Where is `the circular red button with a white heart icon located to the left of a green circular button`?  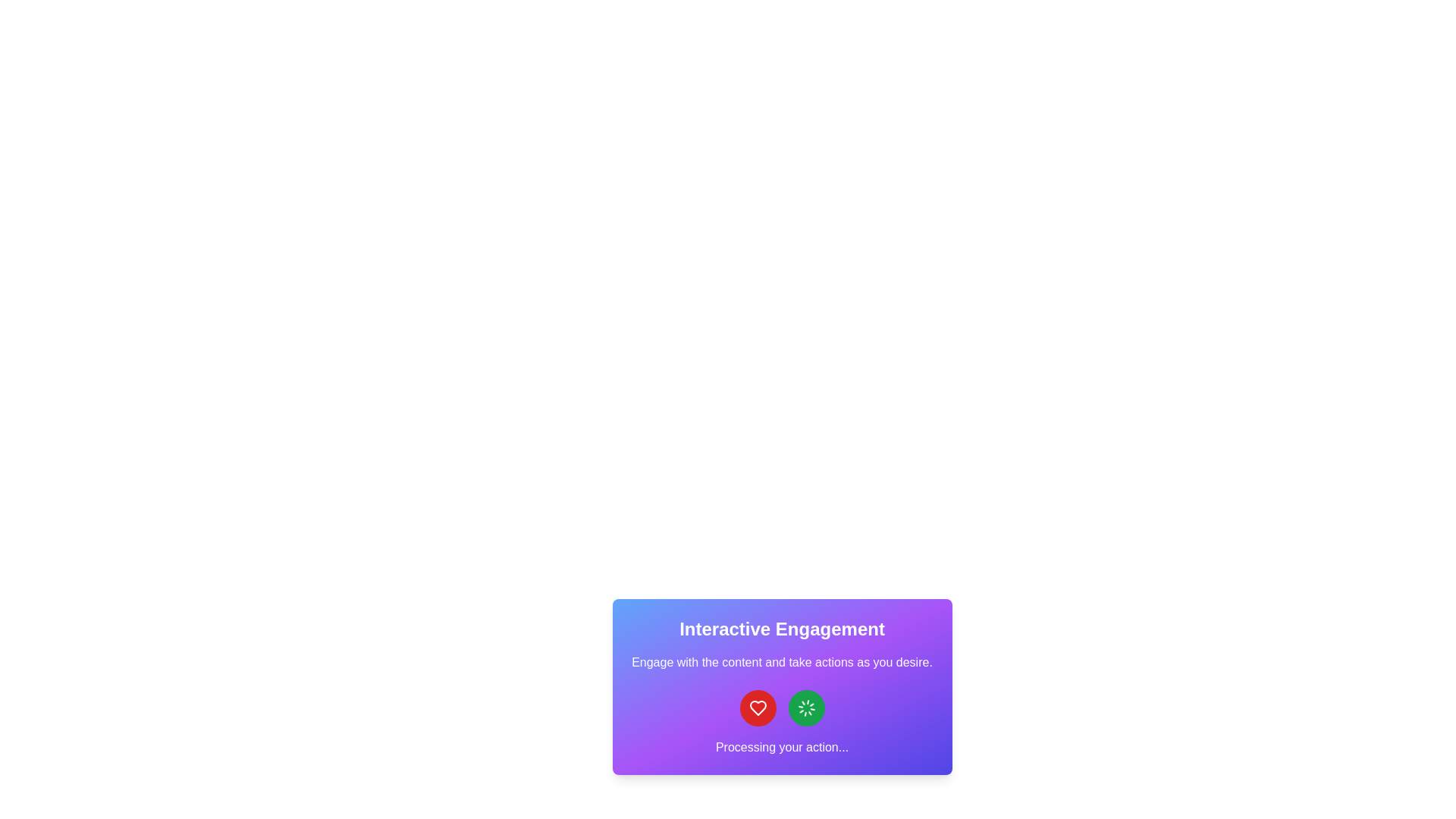
the circular red button with a white heart icon located to the left of a green circular button is located at coordinates (758, 708).